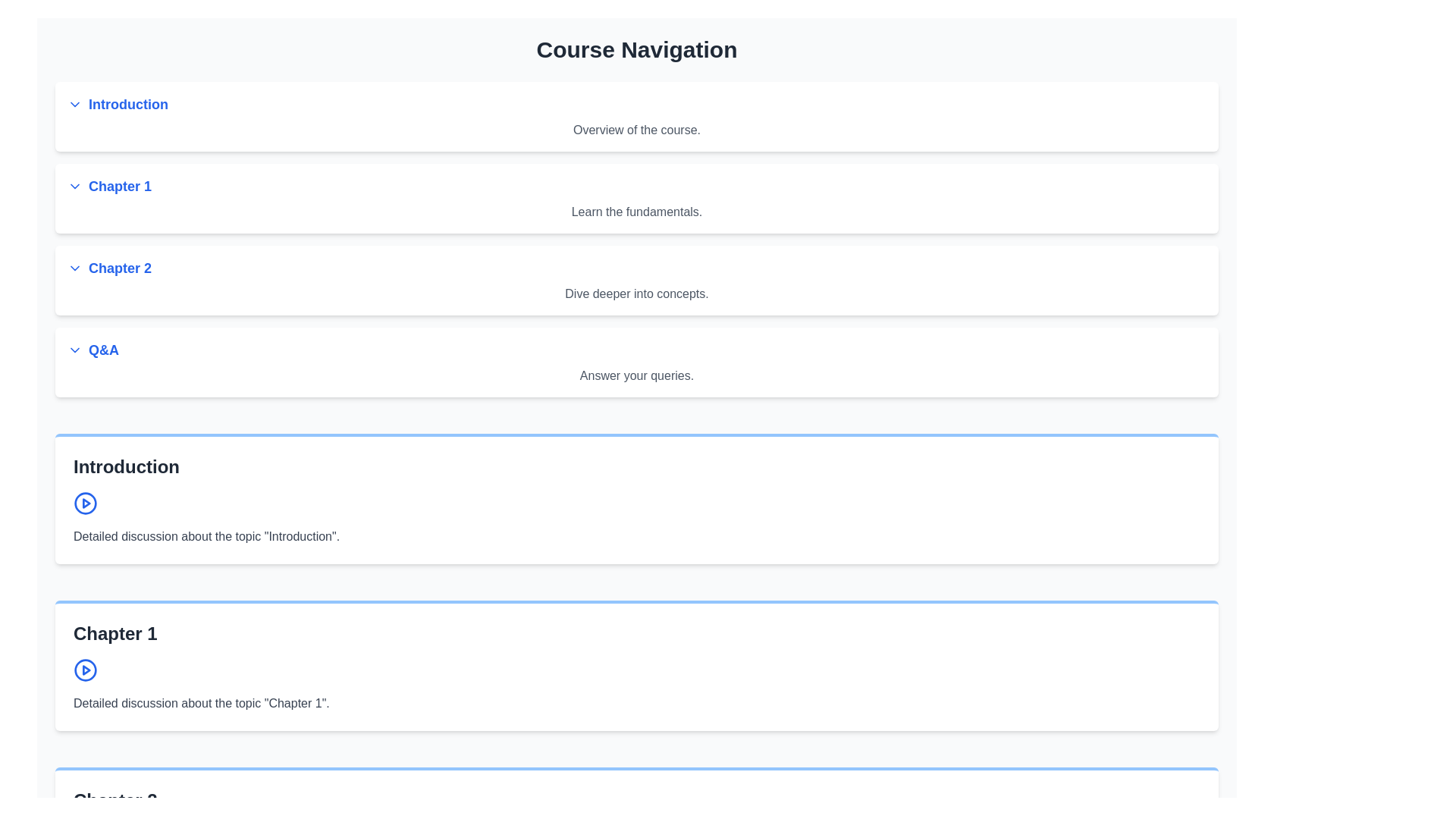 This screenshot has width=1456, height=819. I want to click on the second play icon located below the 'Introduction' section and above 'Chapter 2', so click(85, 669).